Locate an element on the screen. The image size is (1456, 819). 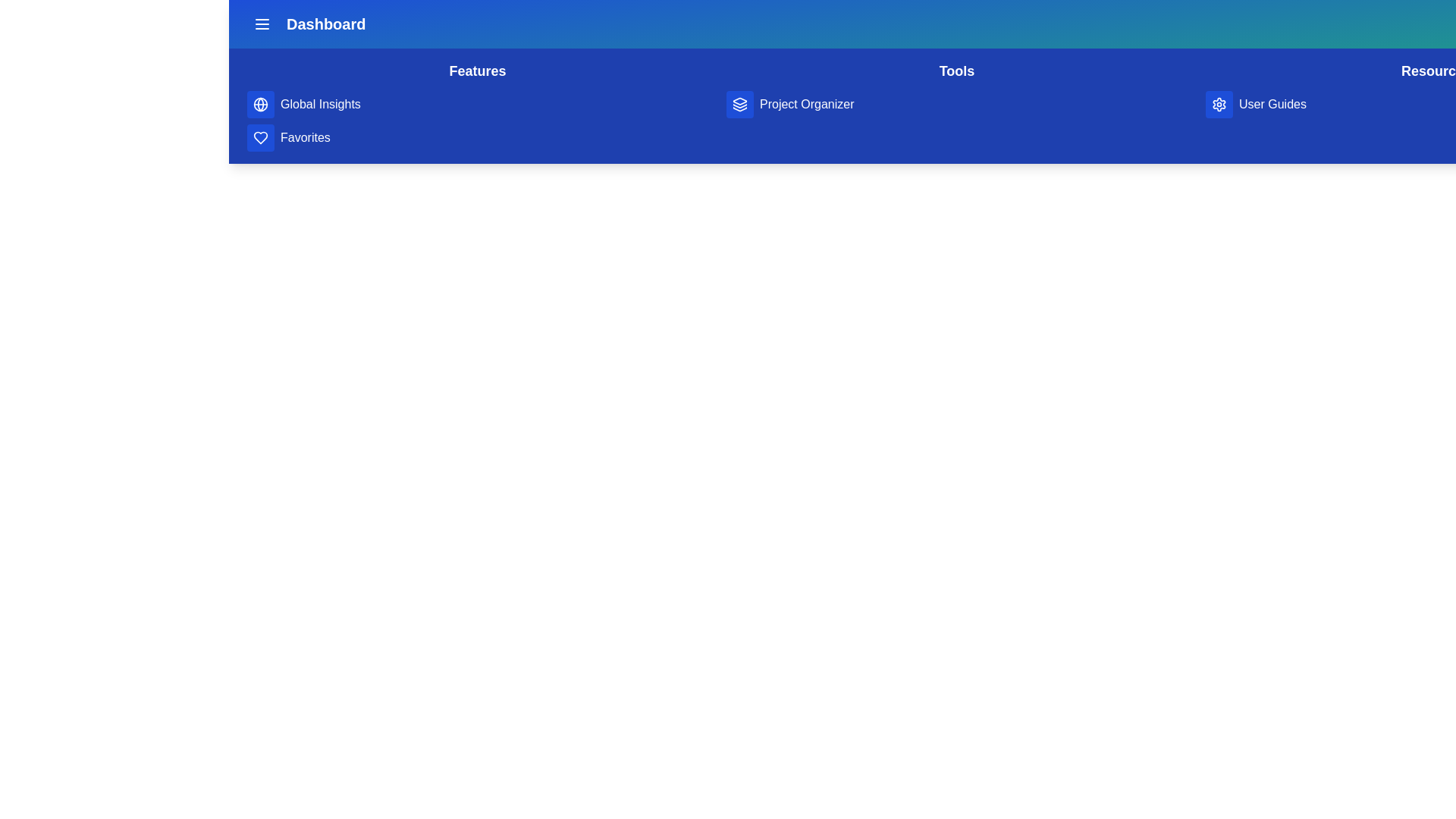
the rounded blue button with a settings gear icon is located at coordinates (1219, 104).